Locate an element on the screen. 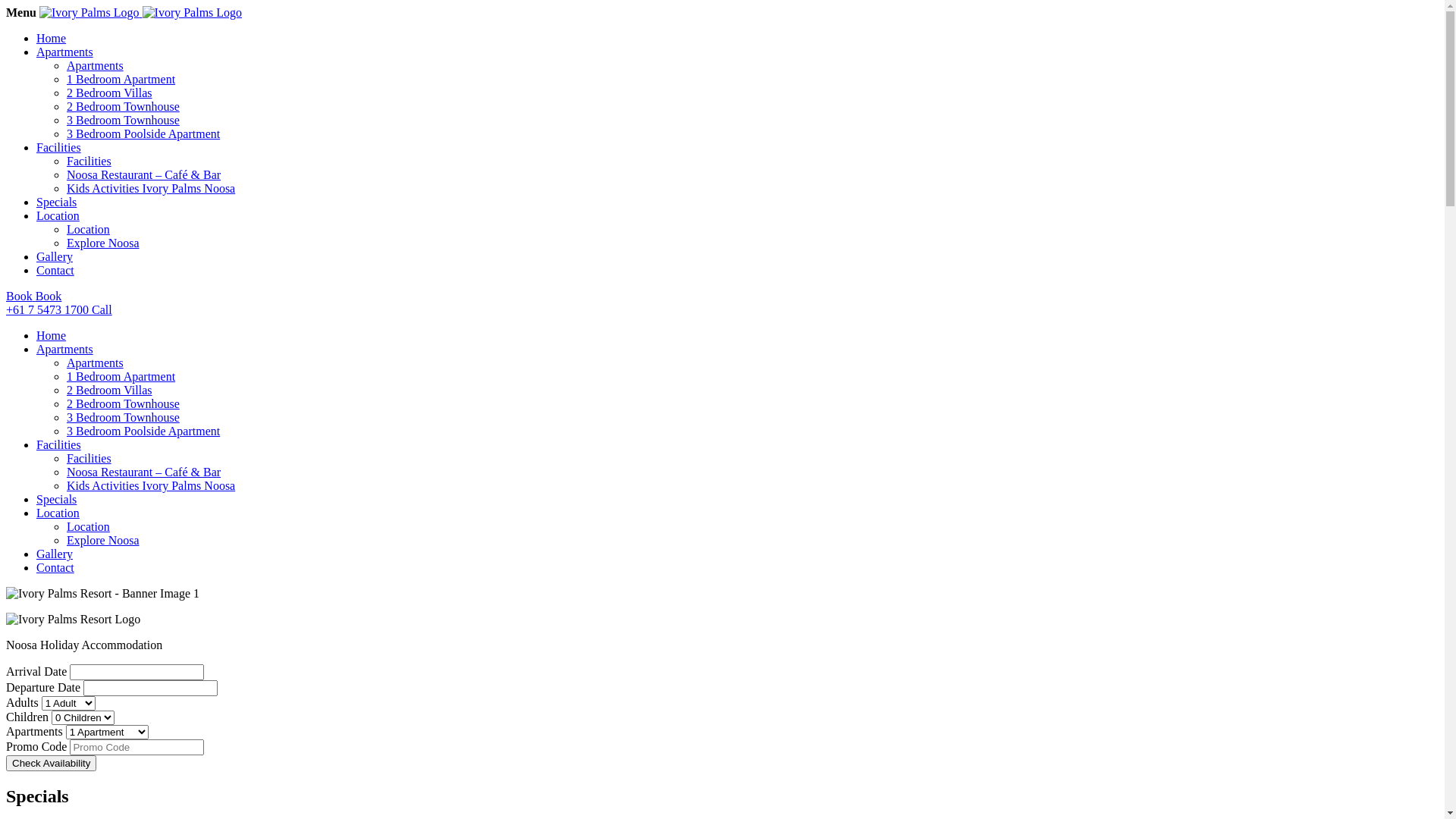  'Kids Activities Ivory Palms Noosa' is located at coordinates (150, 485).